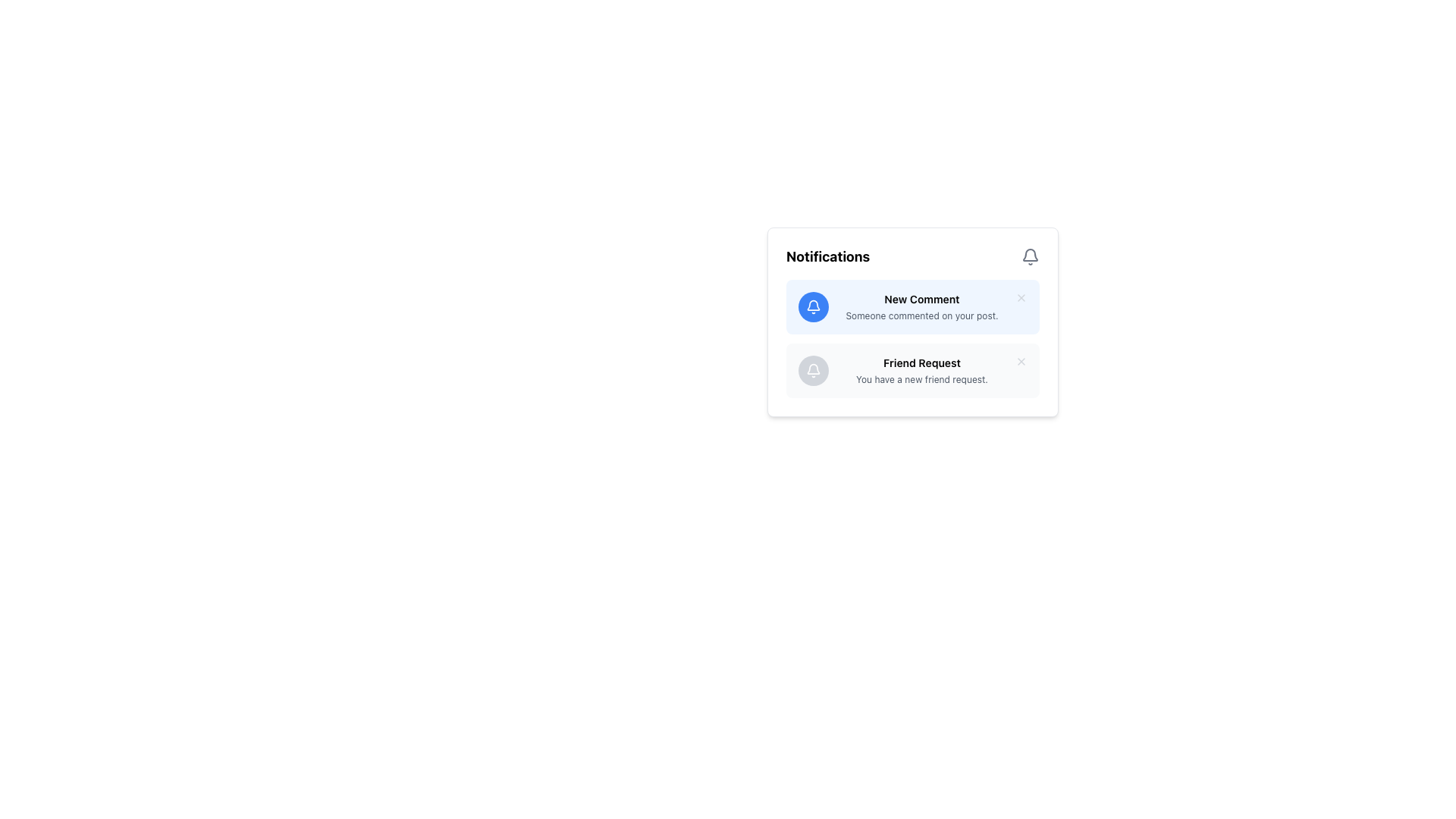 This screenshot has width=1456, height=819. I want to click on the text label that reads 'Someone commented on your post.' located below the 'New Comment' label in the notification card, so click(921, 315).